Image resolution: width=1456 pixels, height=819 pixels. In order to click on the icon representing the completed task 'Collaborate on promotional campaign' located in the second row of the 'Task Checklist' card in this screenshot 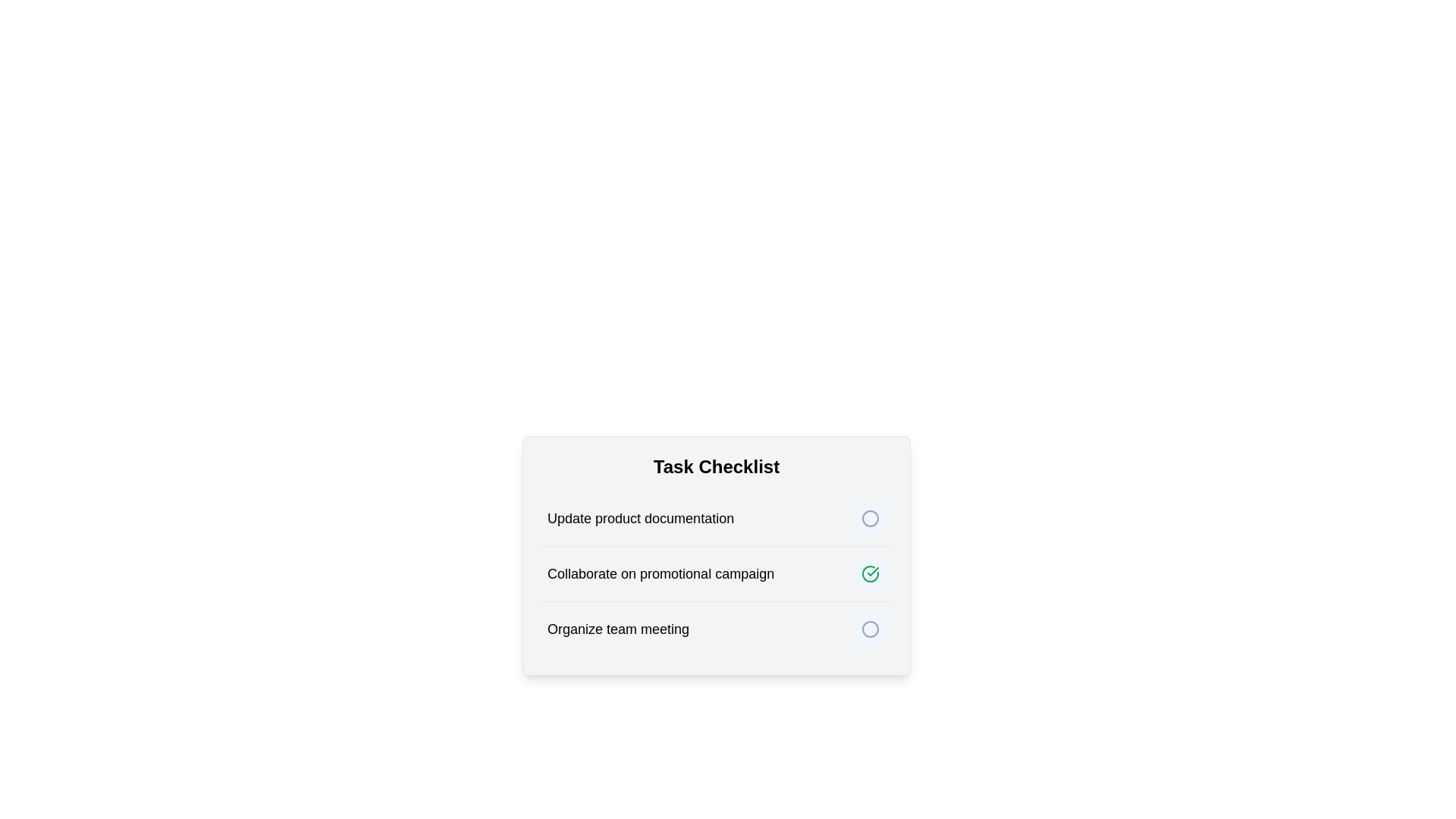, I will do `click(870, 573)`.